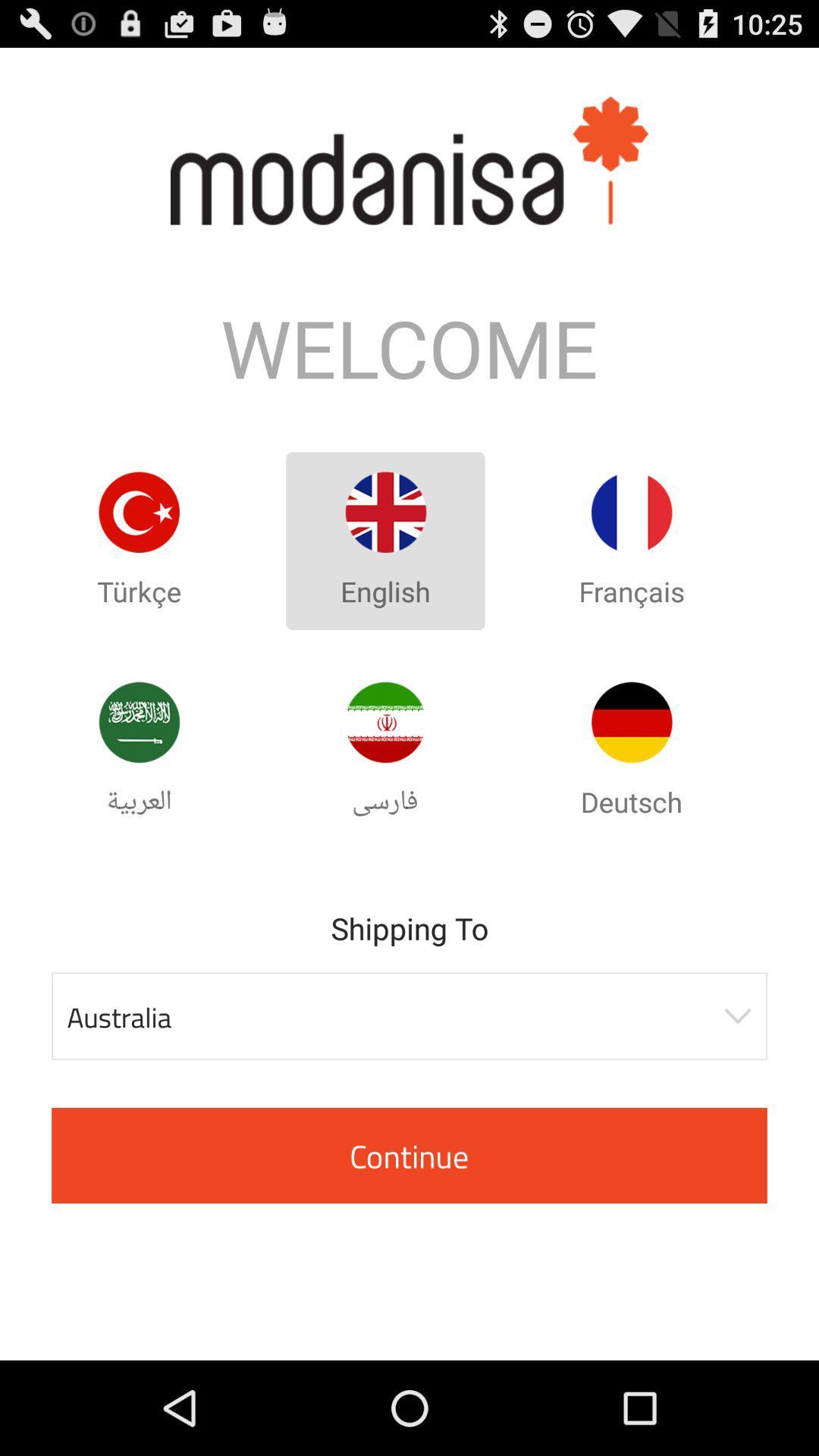 Image resolution: width=819 pixels, height=1456 pixels. What do you see at coordinates (139, 721) in the screenshot?
I see `ship to saudi arabia` at bounding box center [139, 721].